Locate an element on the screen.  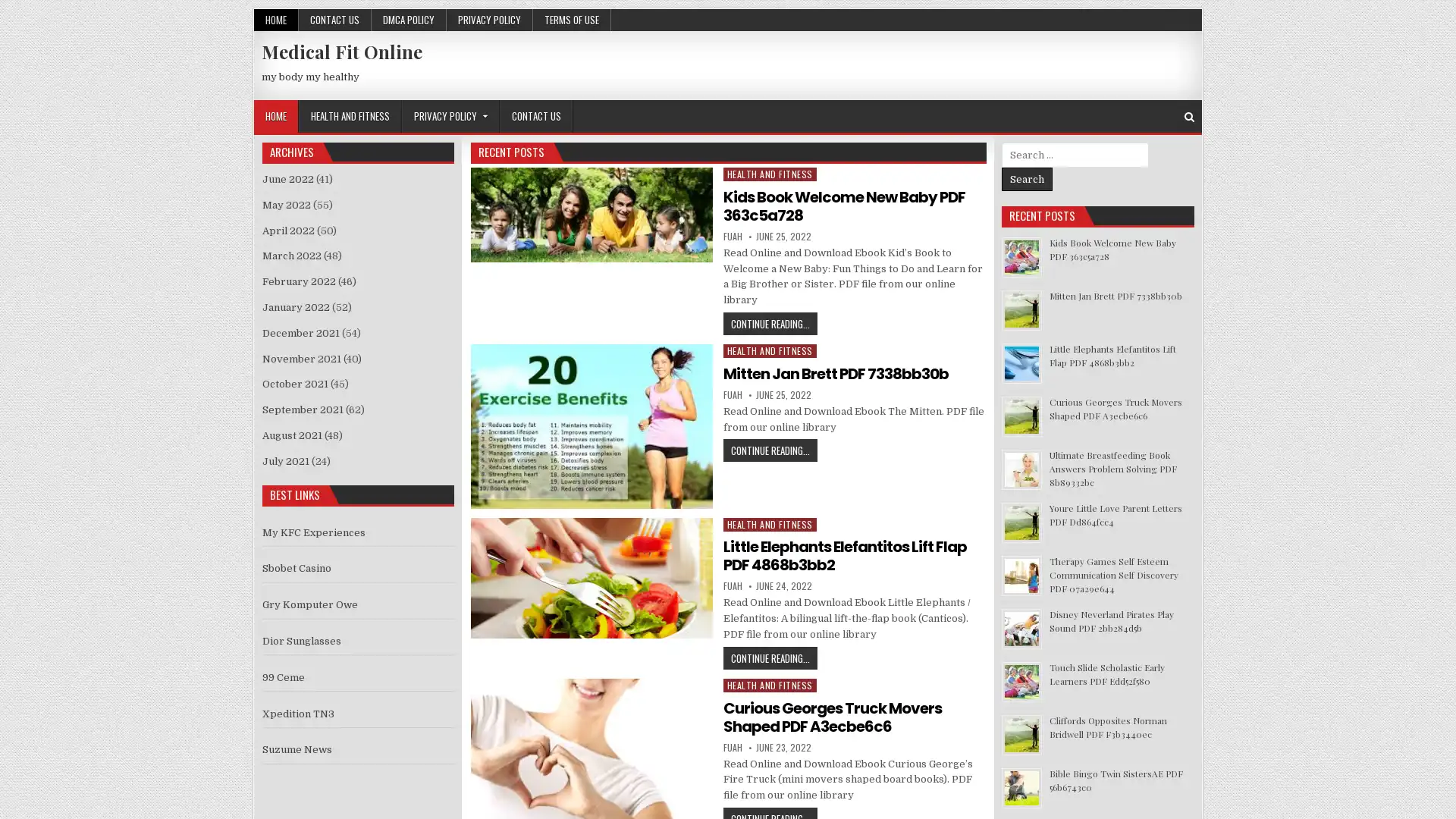
Search is located at coordinates (1027, 178).